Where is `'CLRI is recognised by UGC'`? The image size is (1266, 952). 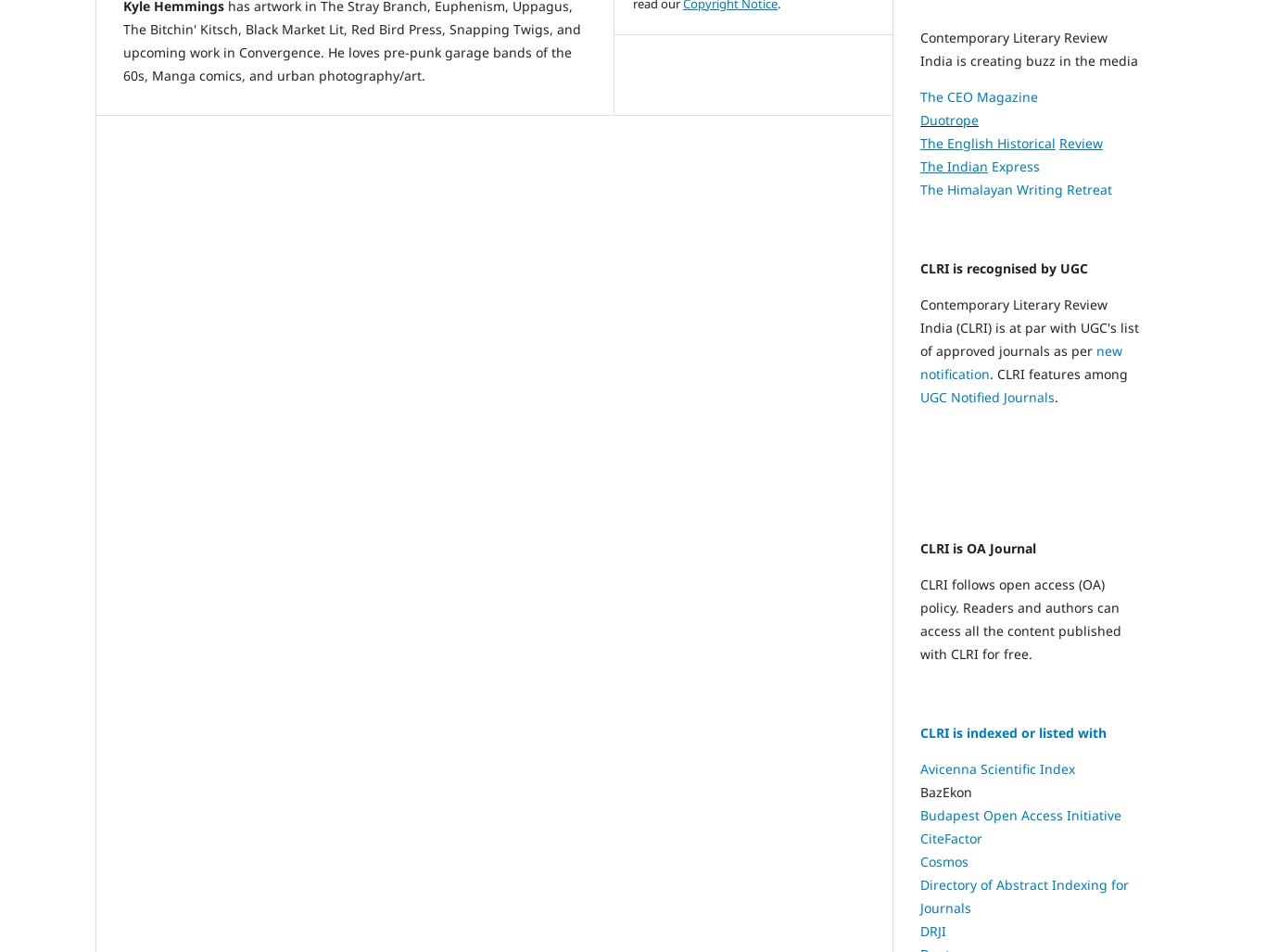
'CLRI is recognised by UGC' is located at coordinates (1003, 267).